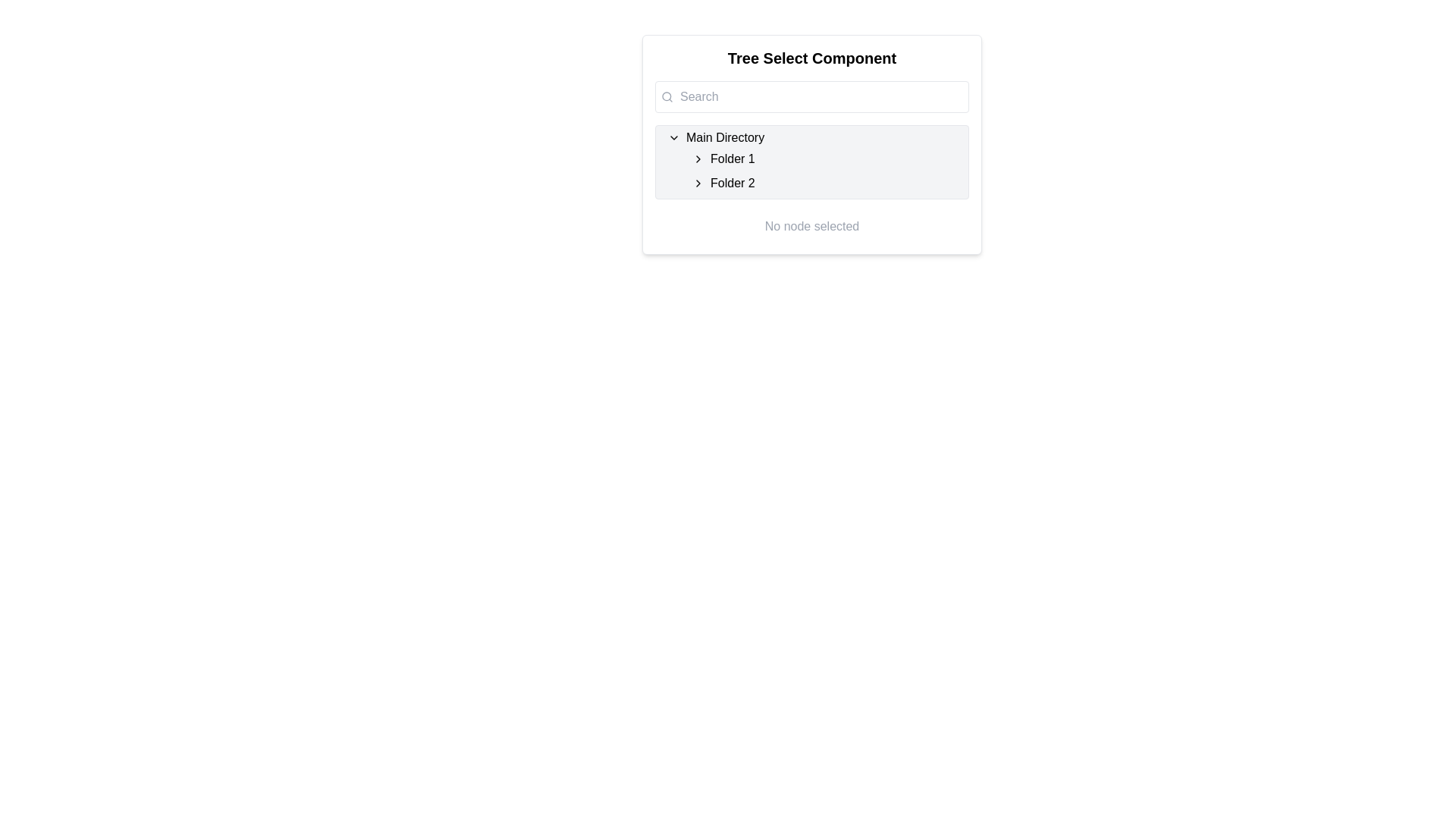  What do you see at coordinates (733, 183) in the screenshot?
I see `the text label displaying 'Folder 2' in black font, which is positioned within the second folder entry under the 'Main Directory' node in a tree view` at bounding box center [733, 183].